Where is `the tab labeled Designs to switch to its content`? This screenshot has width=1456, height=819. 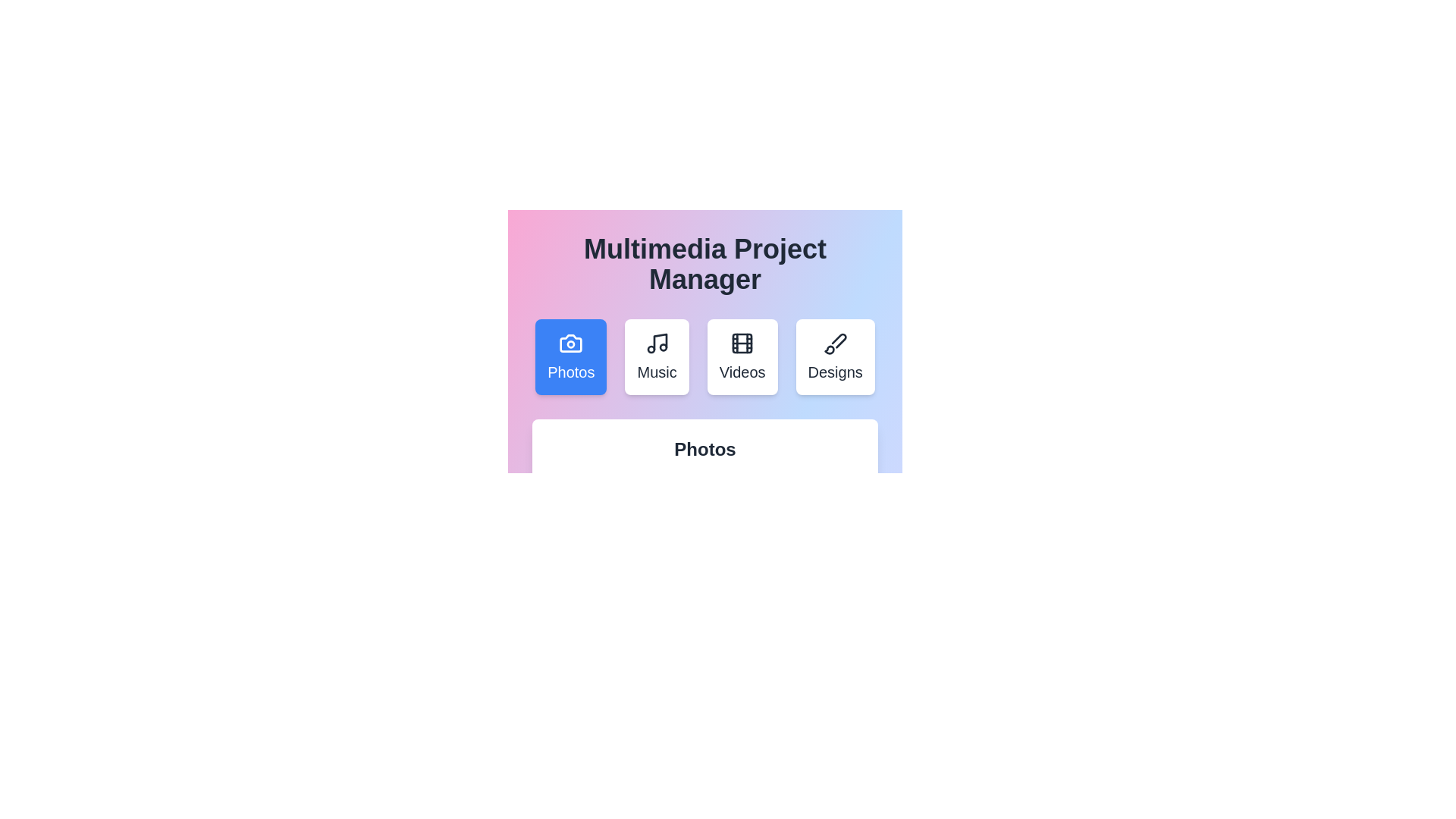
the tab labeled Designs to switch to its content is located at coordinates (833, 356).